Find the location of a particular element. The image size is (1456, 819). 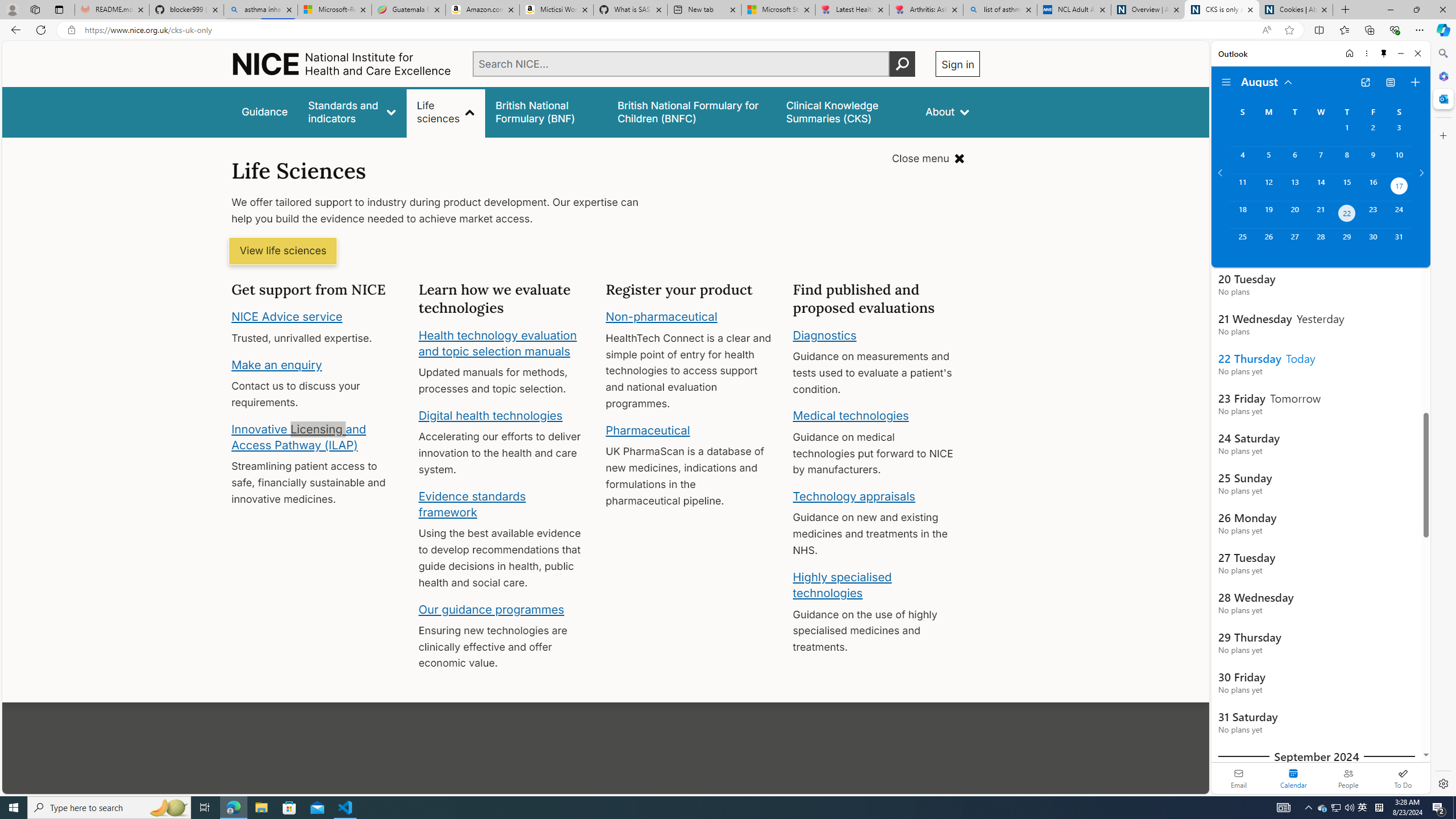

'Monday, August 12, 2024. ' is located at coordinates (1268, 187).